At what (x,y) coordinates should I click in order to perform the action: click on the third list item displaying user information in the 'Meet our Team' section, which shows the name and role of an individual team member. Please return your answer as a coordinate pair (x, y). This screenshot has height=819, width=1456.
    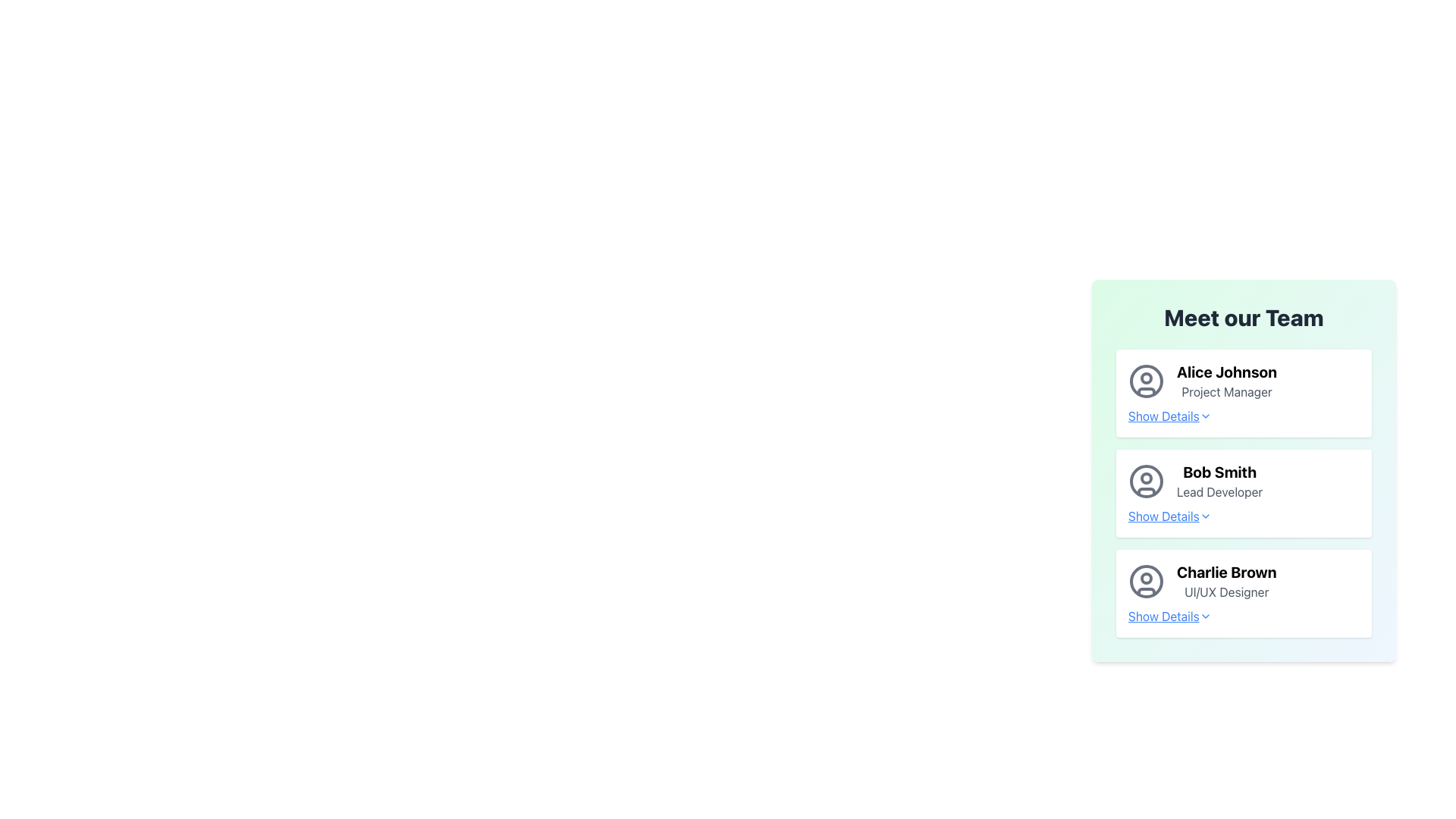
    Looking at the image, I should click on (1244, 581).